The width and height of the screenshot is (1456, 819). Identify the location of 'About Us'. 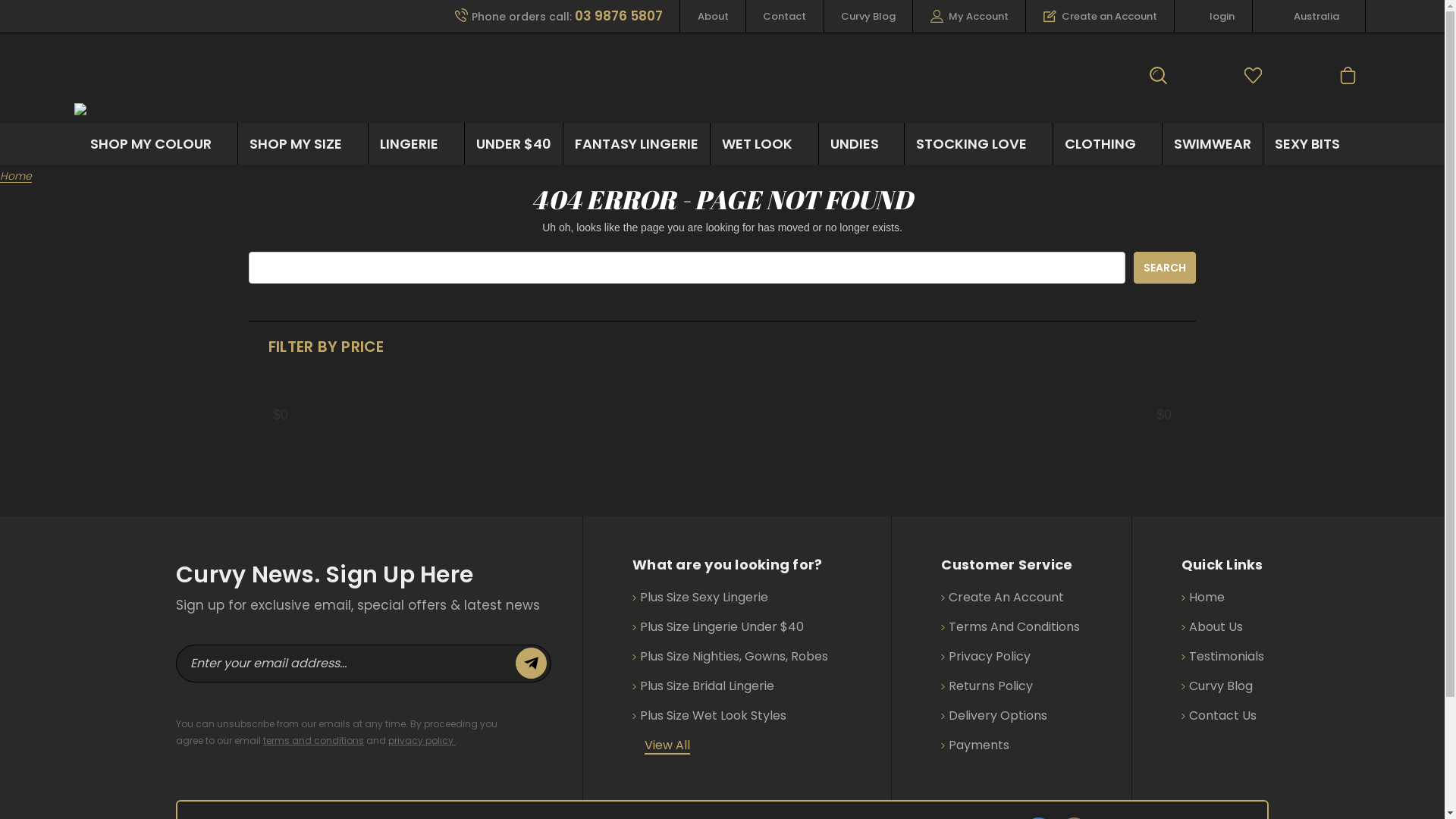
(1211, 626).